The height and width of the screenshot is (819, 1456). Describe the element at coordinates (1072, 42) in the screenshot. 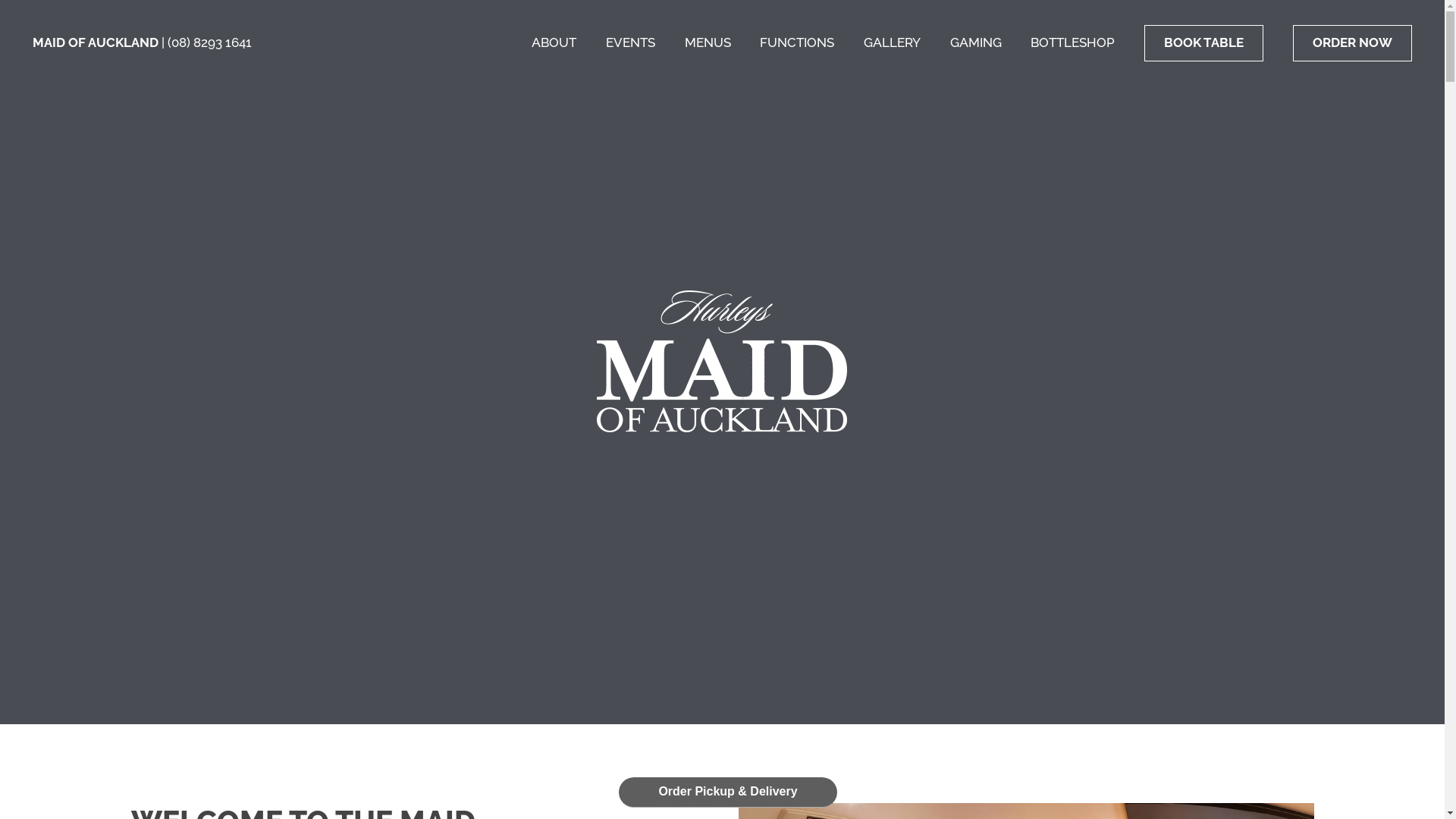

I see `'BOTTLESHOP'` at that location.